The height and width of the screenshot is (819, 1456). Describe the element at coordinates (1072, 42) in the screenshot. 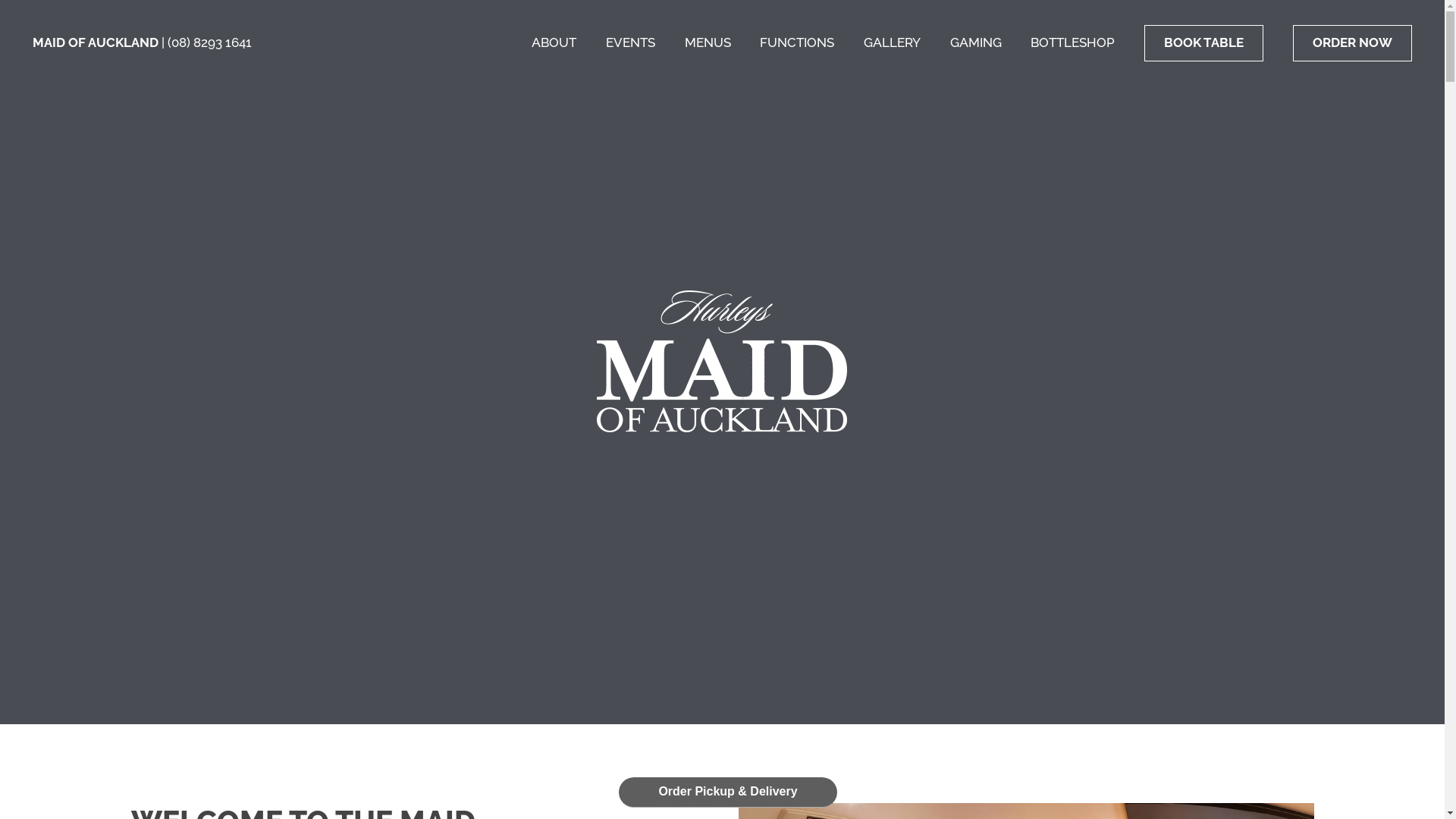

I see `'BOTTLESHOP'` at that location.